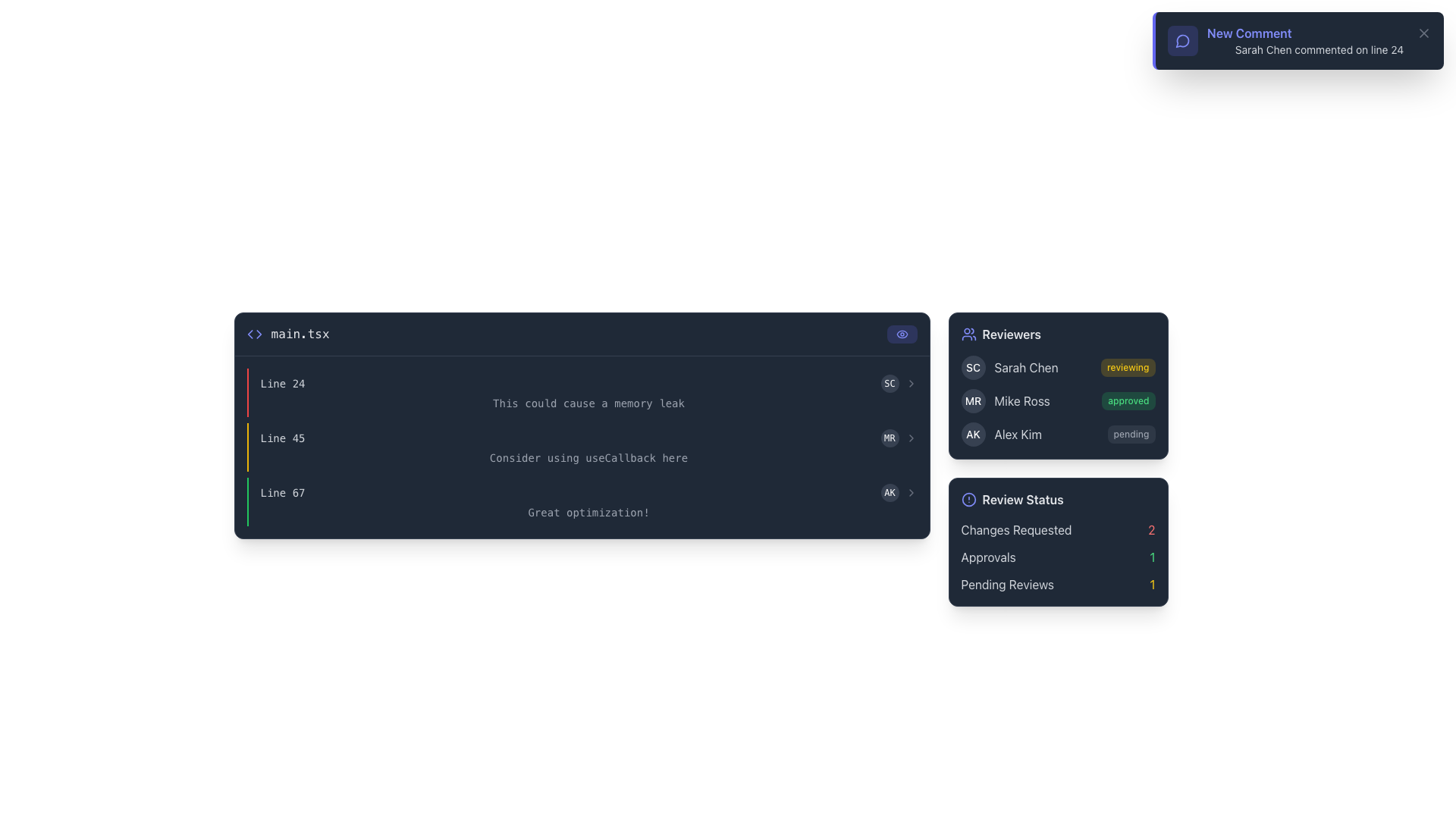 This screenshot has width=1456, height=819. What do you see at coordinates (902, 333) in the screenshot?
I see `the eye icon button, which is a small circular button with a blueish hue` at bounding box center [902, 333].